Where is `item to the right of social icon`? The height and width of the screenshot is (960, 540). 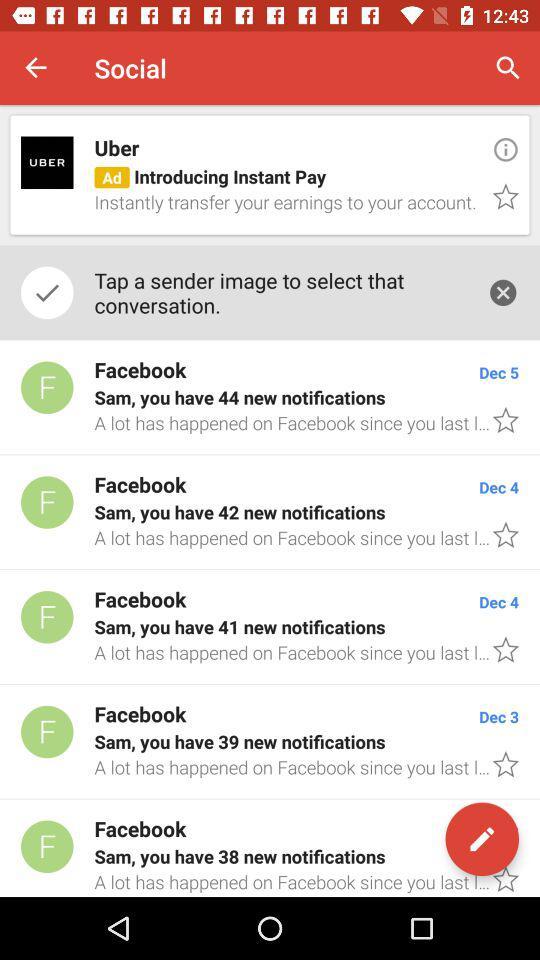
item to the right of social icon is located at coordinates (508, 68).